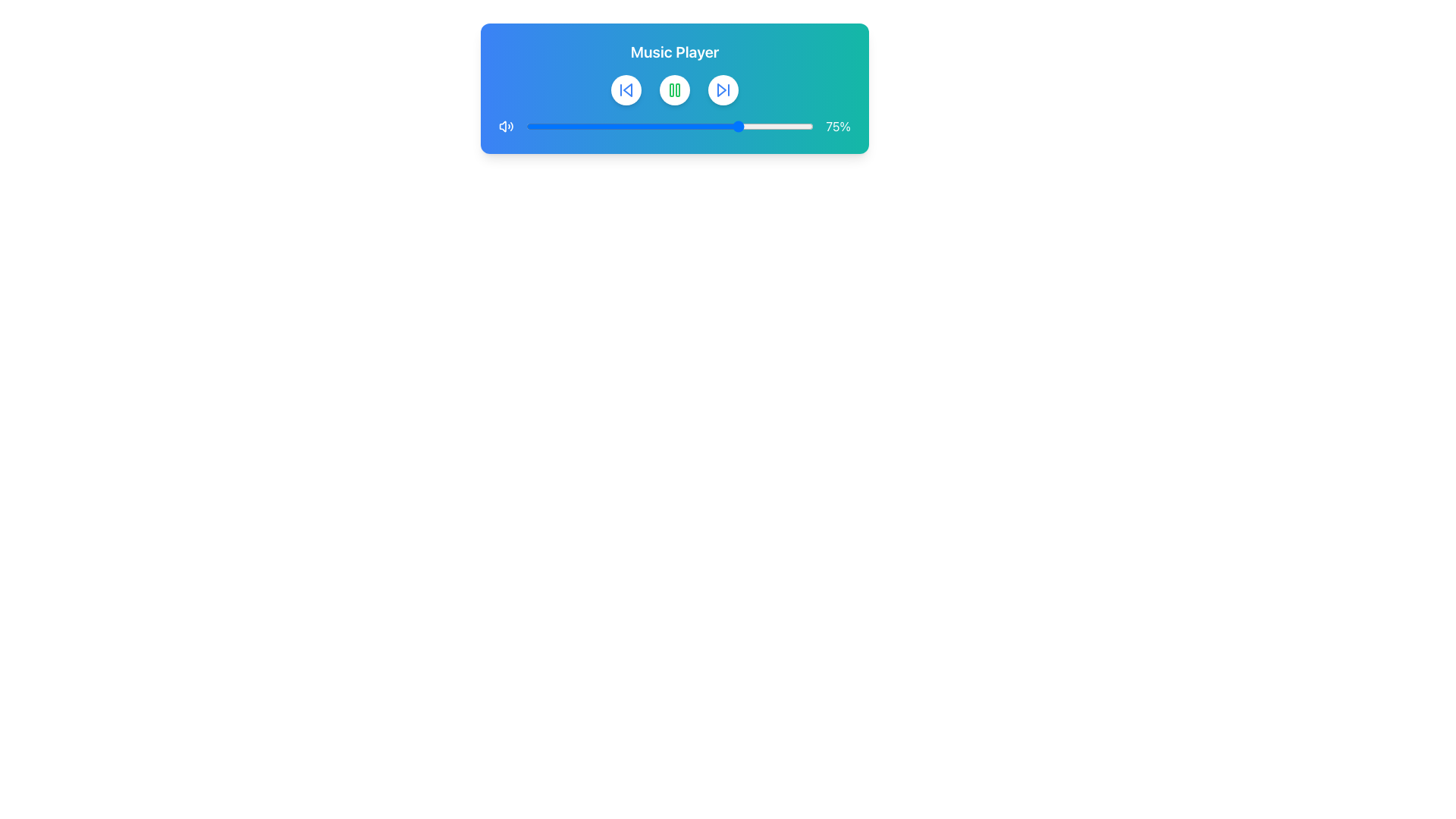 The image size is (1456, 819). Describe the element at coordinates (676, 90) in the screenshot. I see `the right bar of the 'Pause' button icon, which visually represents a vertical bar used for pausing media playback` at that location.